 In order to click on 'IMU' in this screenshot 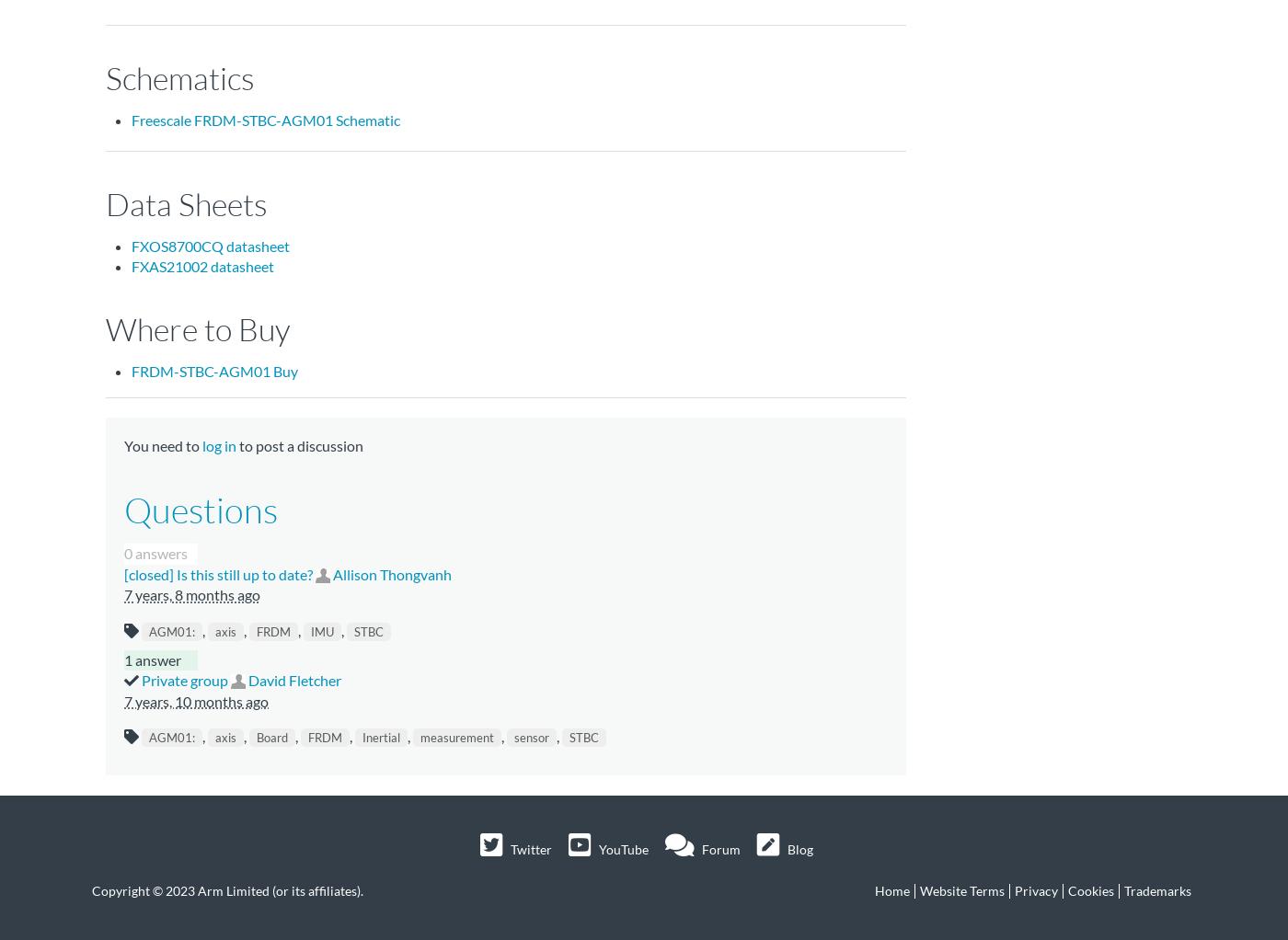, I will do `click(322, 629)`.